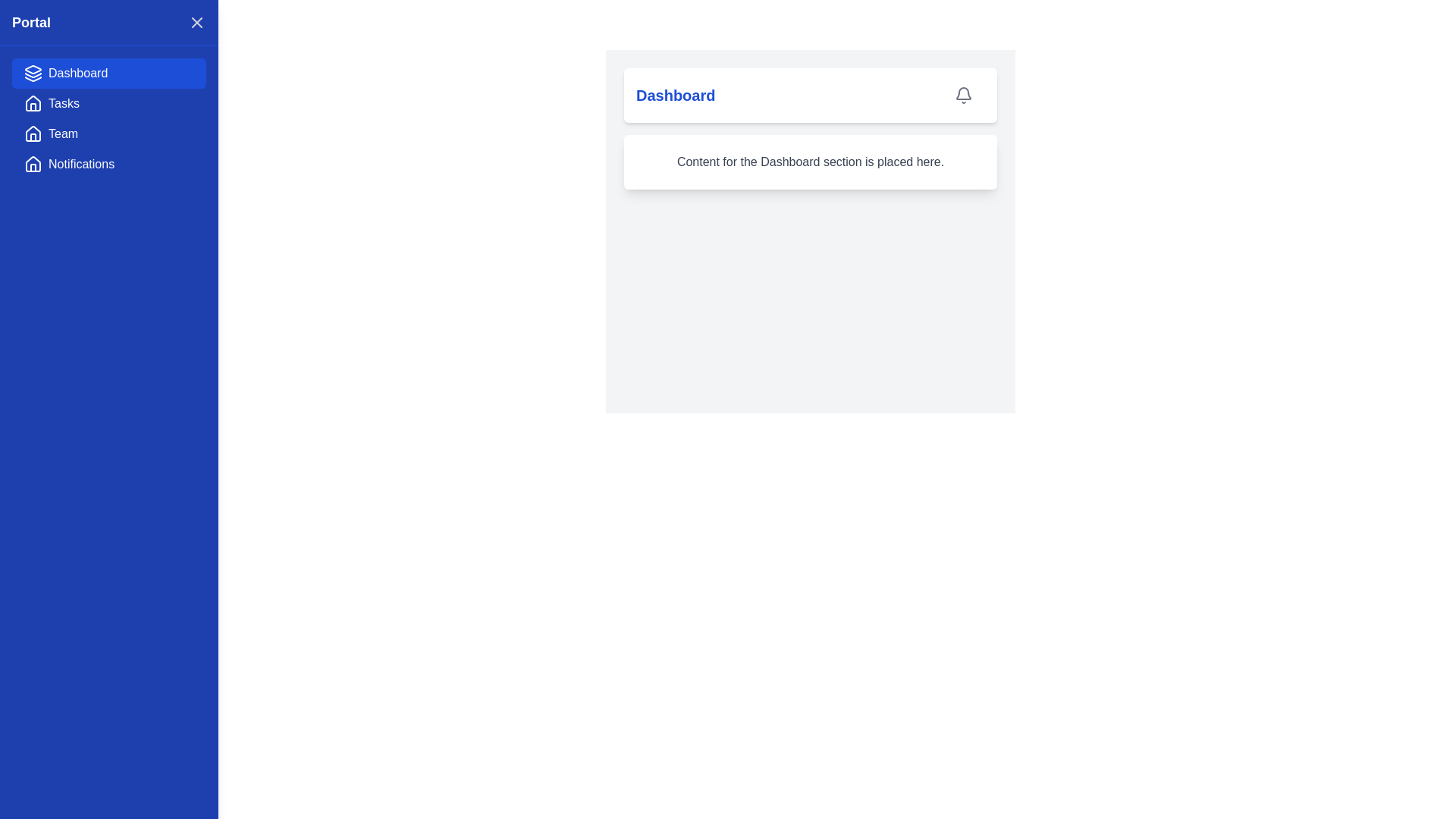 The height and width of the screenshot is (819, 1456). I want to click on the 'Team' icon in the sidebar menu, which is the second icon and visually represents the 'Team' feature, so click(33, 137).